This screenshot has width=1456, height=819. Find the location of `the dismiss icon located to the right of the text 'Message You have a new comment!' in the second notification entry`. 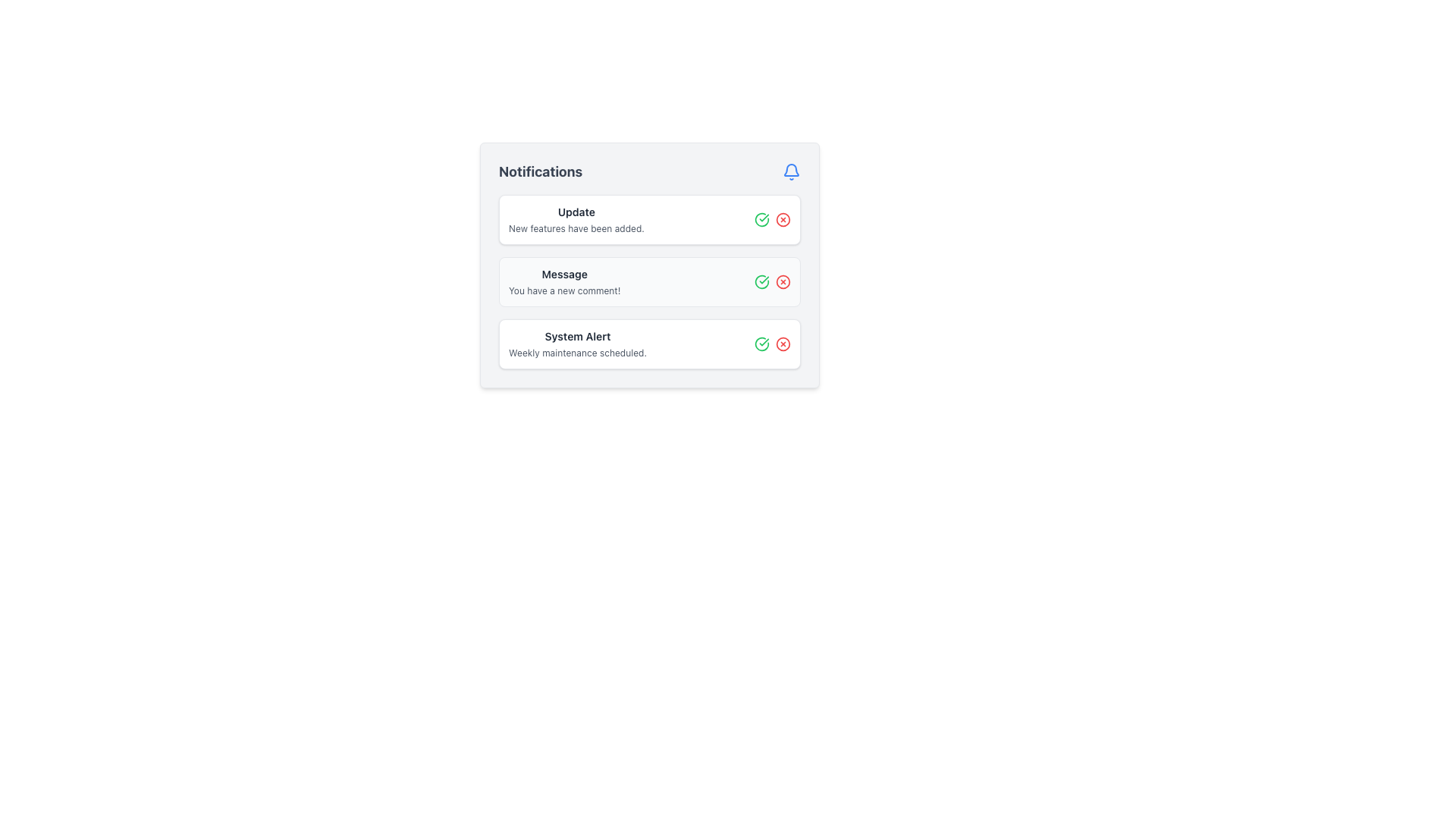

the dismiss icon located to the right of the text 'Message You have a new comment!' in the second notification entry is located at coordinates (783, 281).